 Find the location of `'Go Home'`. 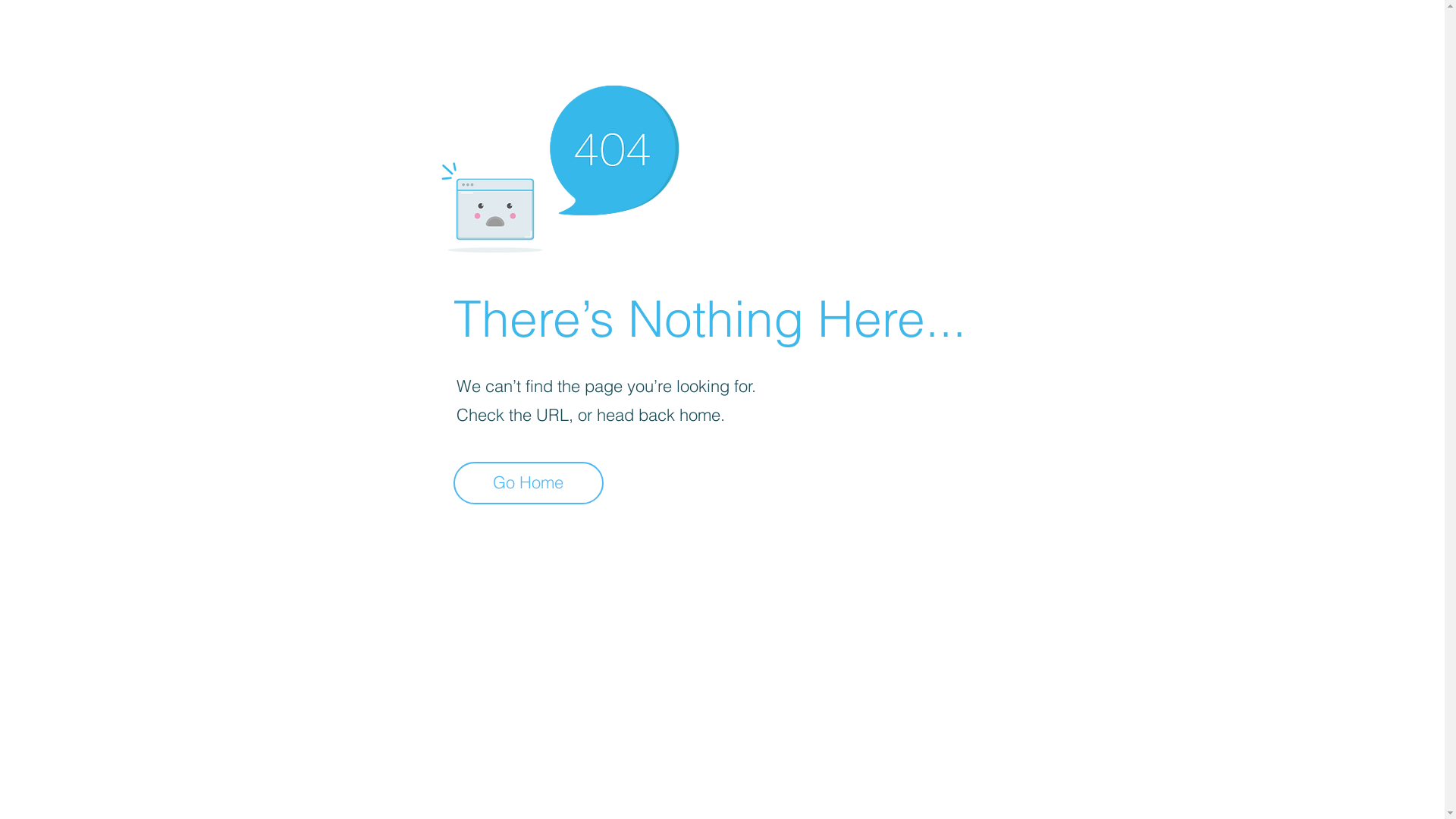

'Go Home' is located at coordinates (528, 482).